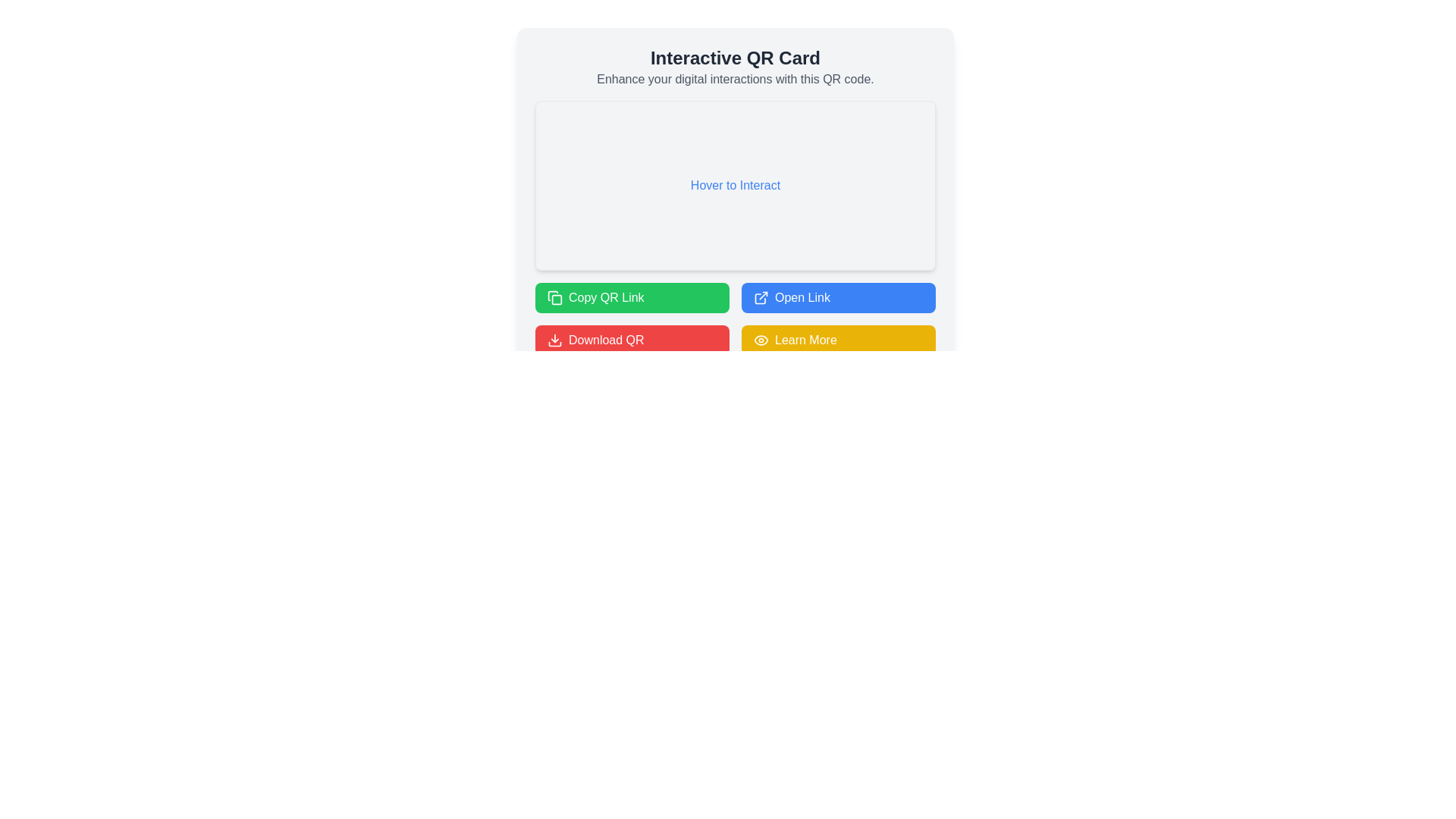  What do you see at coordinates (761, 298) in the screenshot?
I see `the icon located on the left-hand side of the 'Open Link' button as a visual cue` at bounding box center [761, 298].